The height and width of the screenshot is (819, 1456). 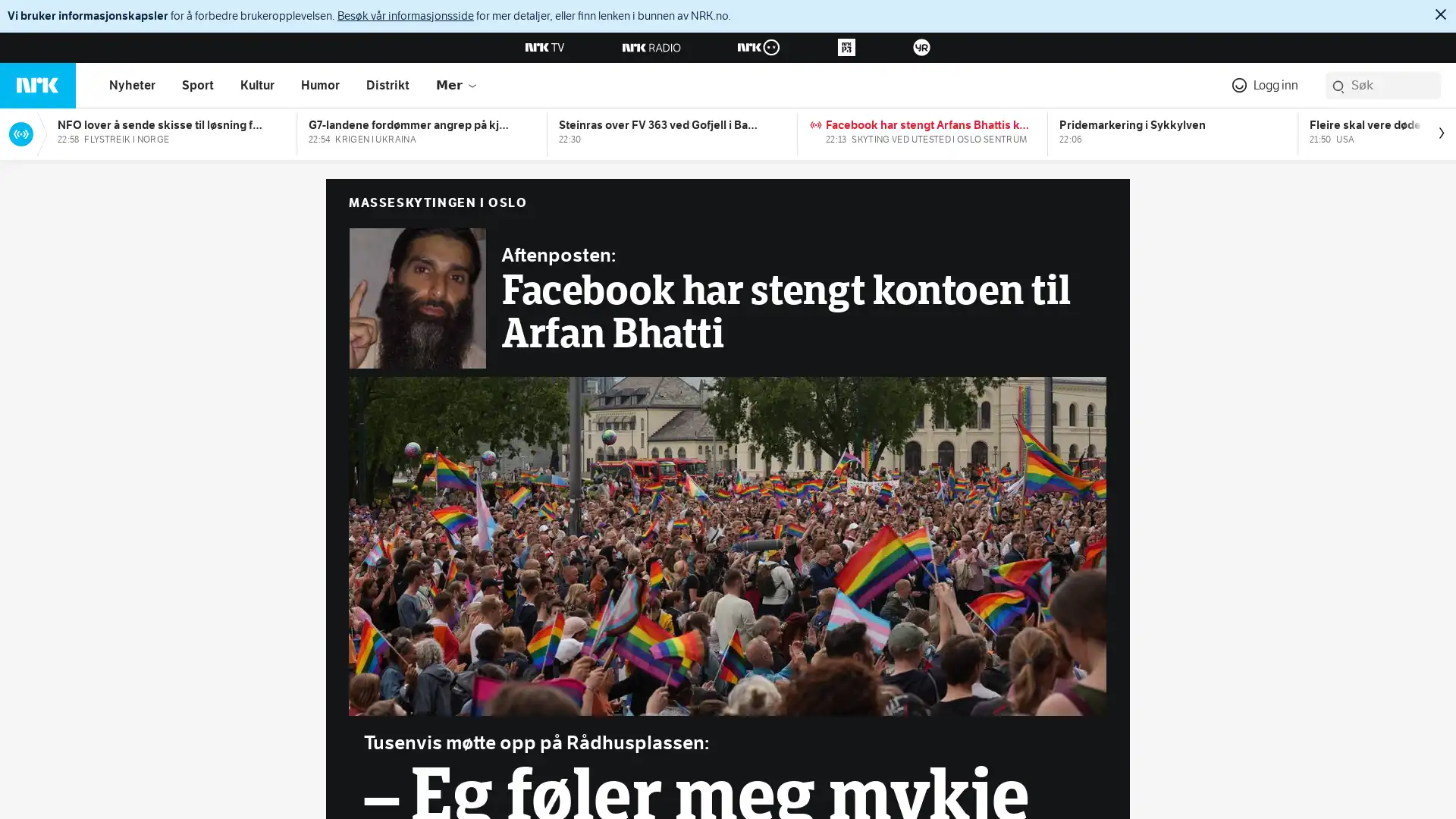 What do you see at coordinates (422, 130) in the screenshot?
I see `G7-landene fordmmer angrep pa kjpesenter PUBLISERT KLOKKEN 22:54 I KRIGEN I UKRAINA` at bounding box center [422, 130].